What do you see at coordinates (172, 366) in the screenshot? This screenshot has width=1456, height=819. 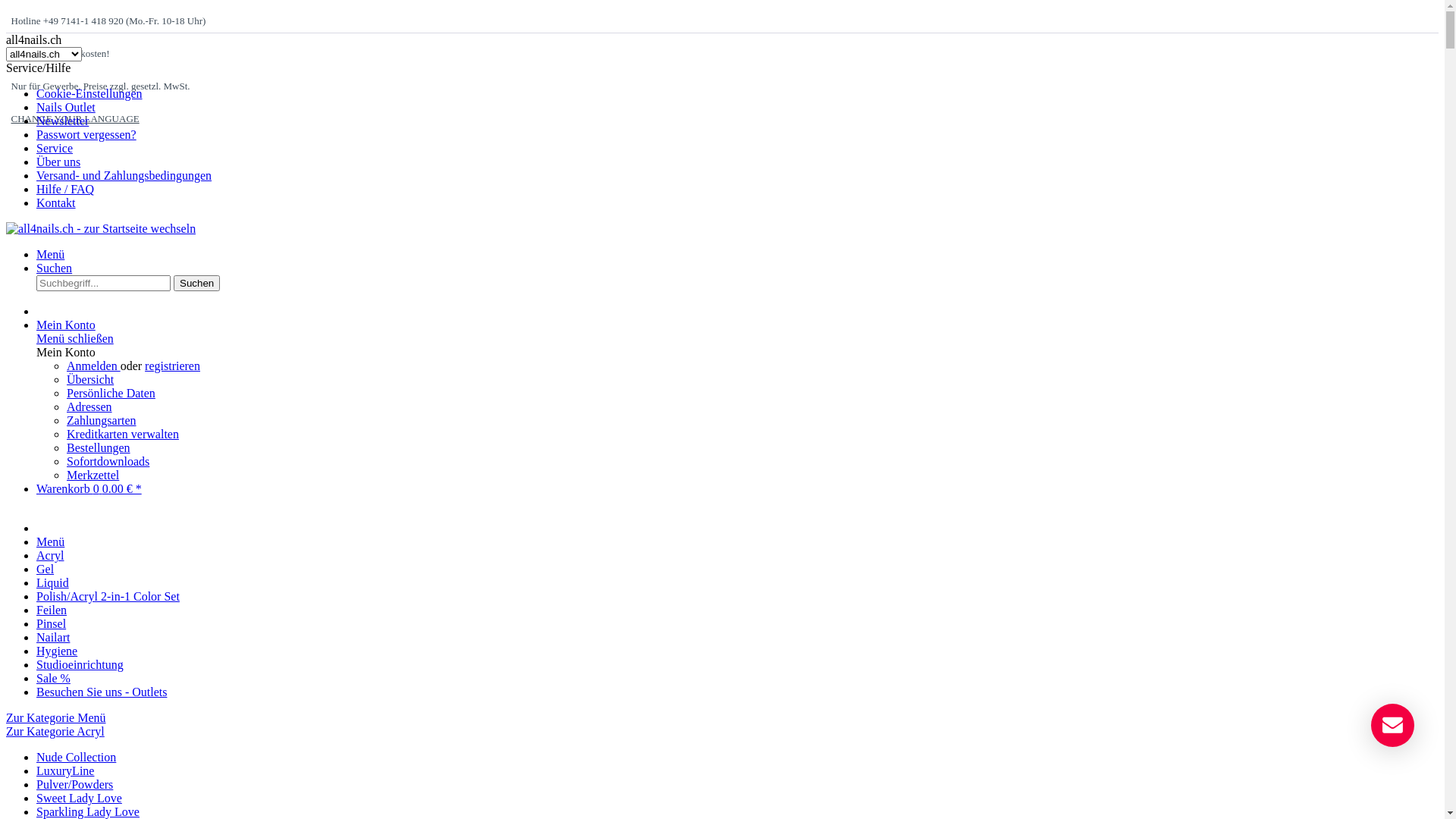 I see `'registrieren'` at bounding box center [172, 366].